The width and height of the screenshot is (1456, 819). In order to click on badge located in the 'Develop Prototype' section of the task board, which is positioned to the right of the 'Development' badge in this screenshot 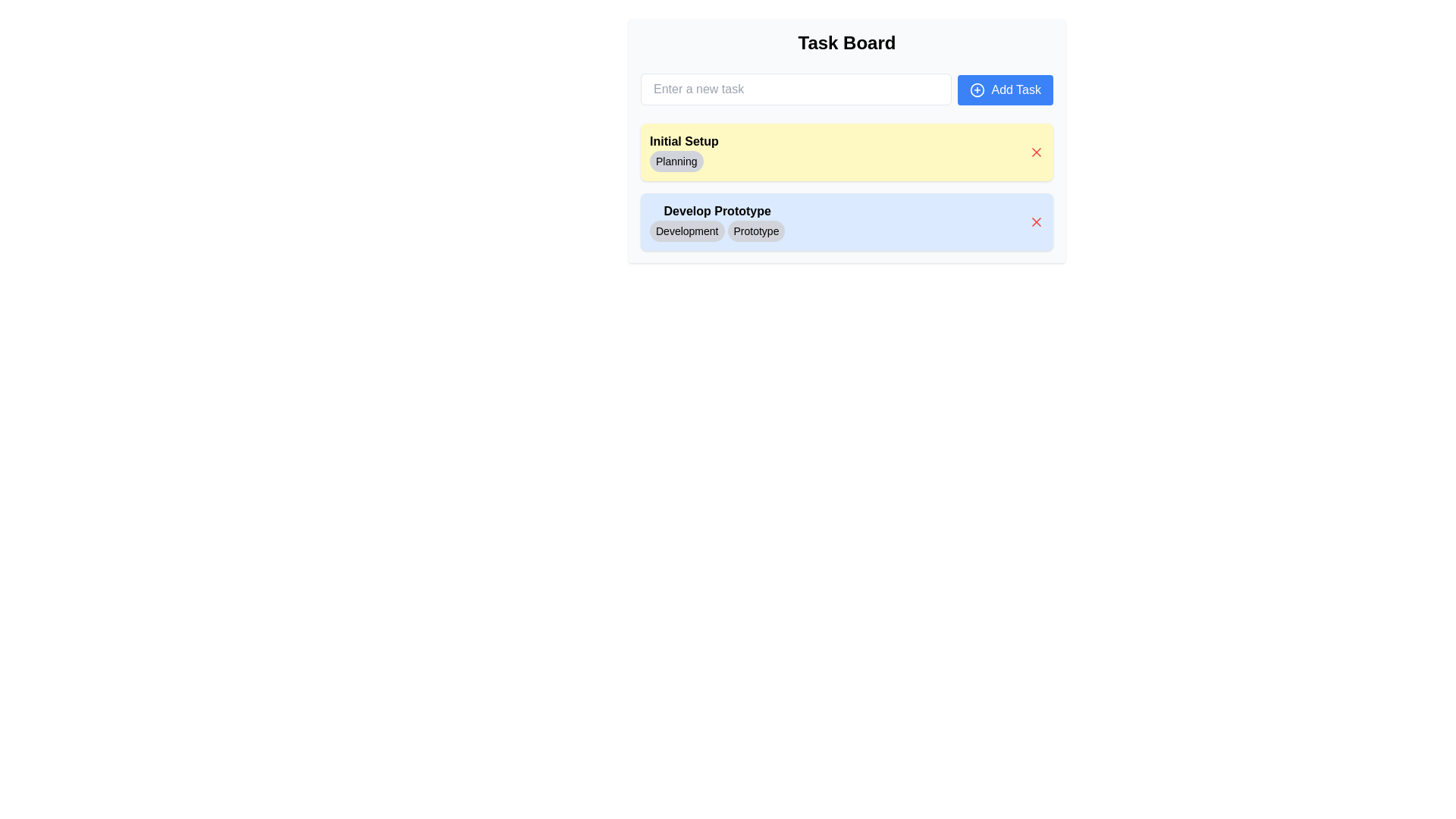, I will do `click(756, 231)`.